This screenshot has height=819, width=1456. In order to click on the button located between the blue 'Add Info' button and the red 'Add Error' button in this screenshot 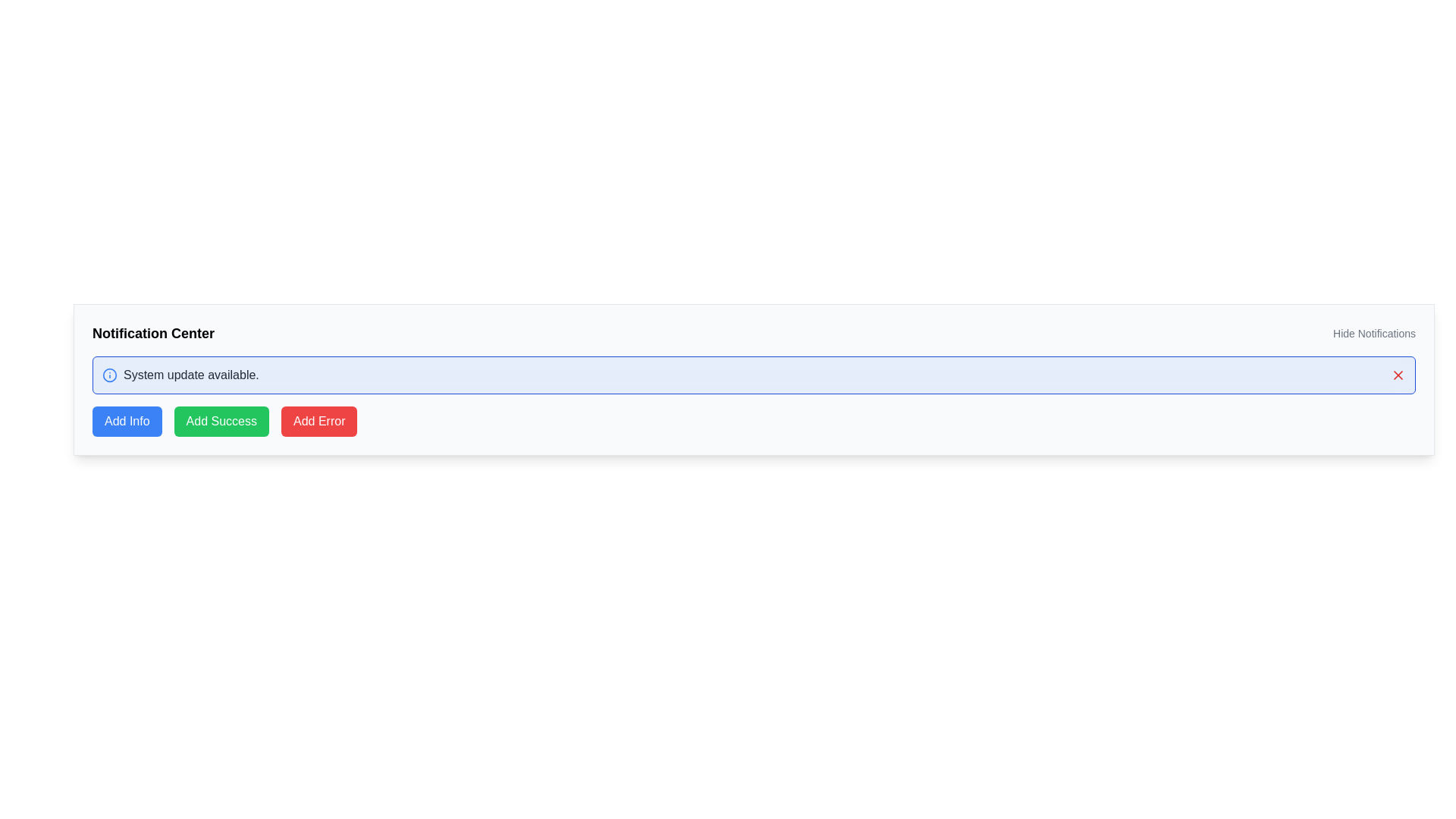, I will do `click(221, 421)`.